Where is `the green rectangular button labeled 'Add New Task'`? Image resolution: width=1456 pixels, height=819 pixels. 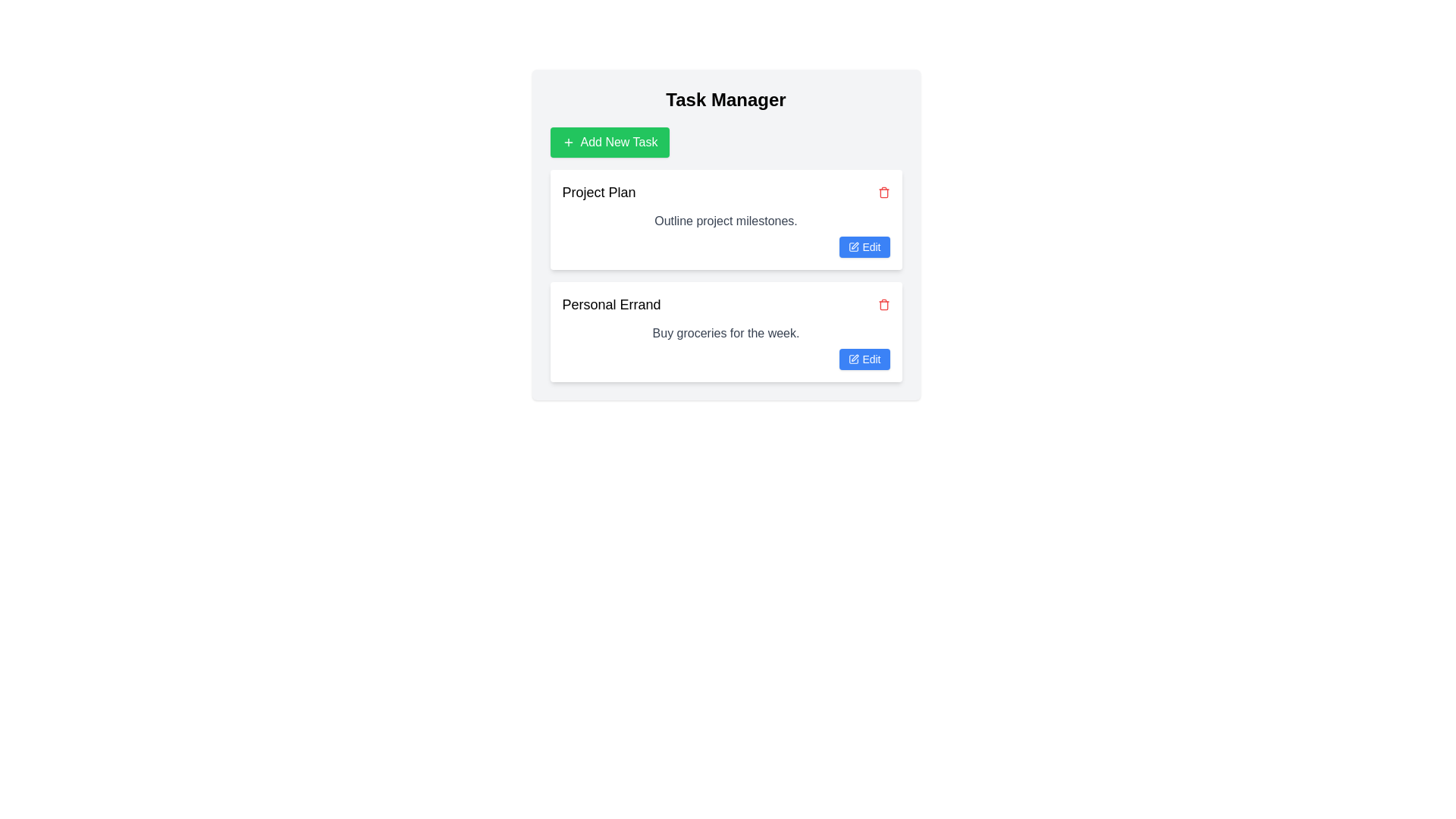 the green rectangular button labeled 'Add New Task' is located at coordinates (610, 143).